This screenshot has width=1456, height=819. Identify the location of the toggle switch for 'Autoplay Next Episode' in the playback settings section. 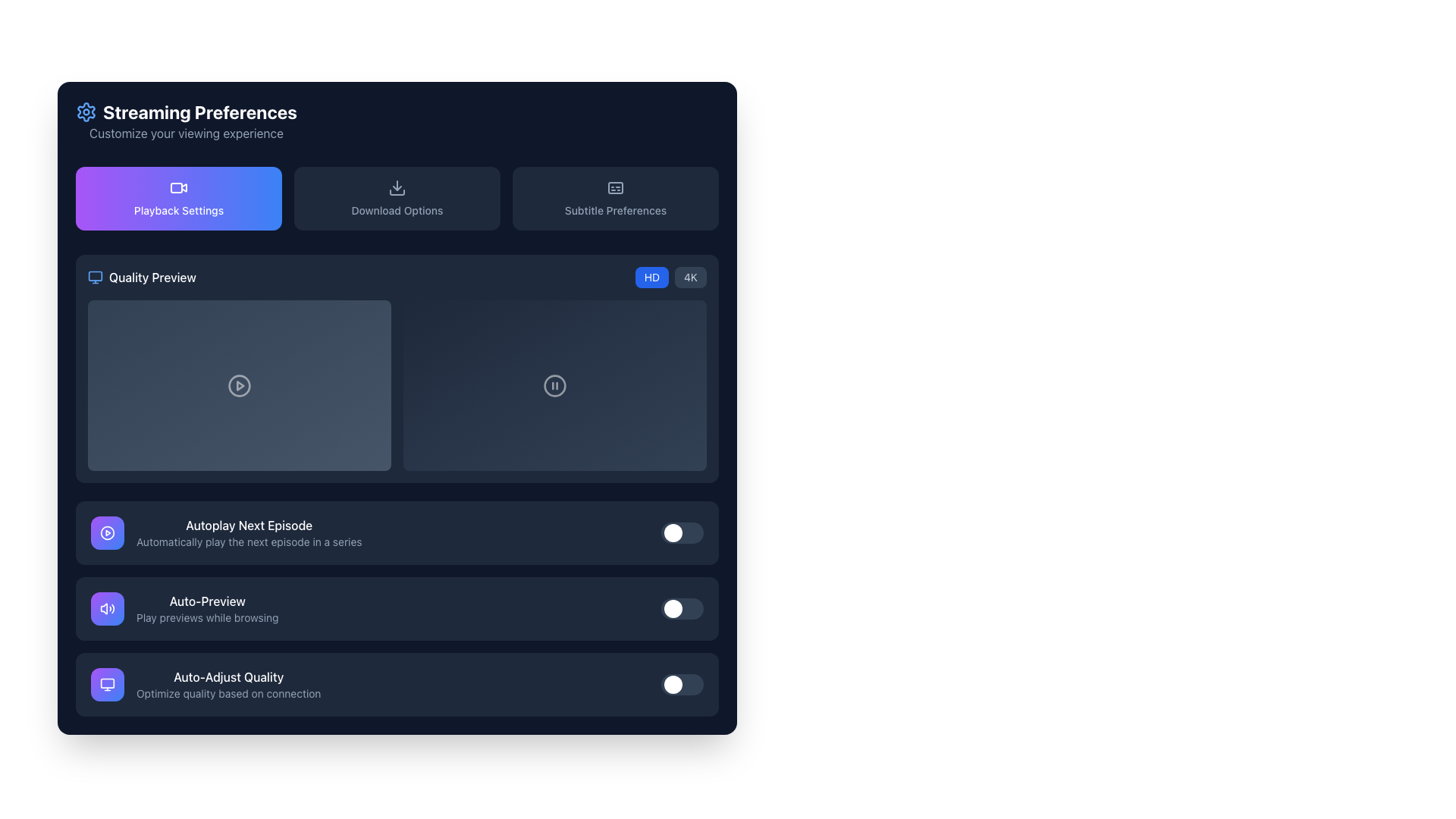
(682, 532).